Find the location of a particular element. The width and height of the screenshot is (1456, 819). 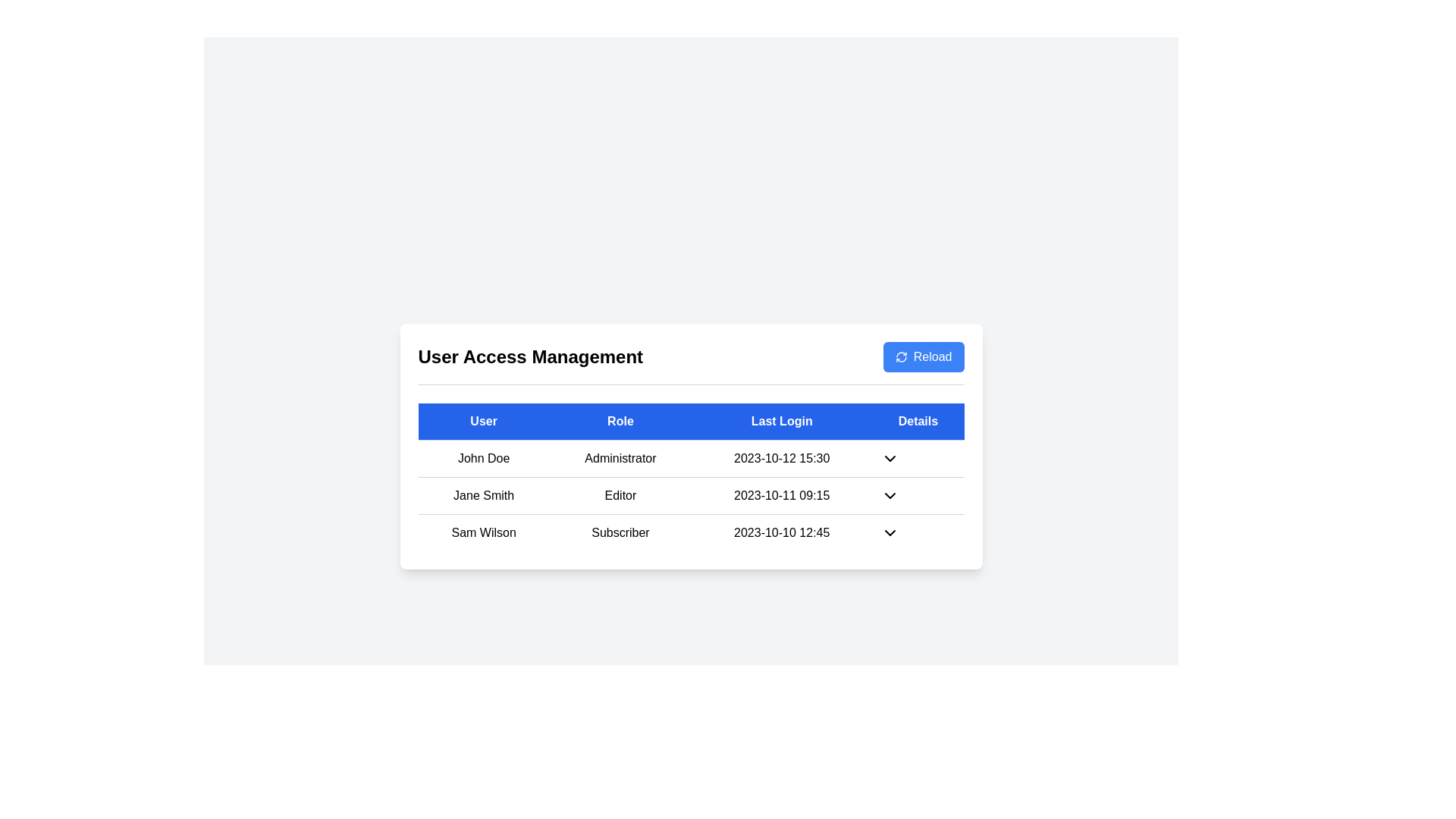

the chevron dropdown indicator icon in the 'Details' column of the table for the 'Sam Wilson' row is located at coordinates (890, 532).